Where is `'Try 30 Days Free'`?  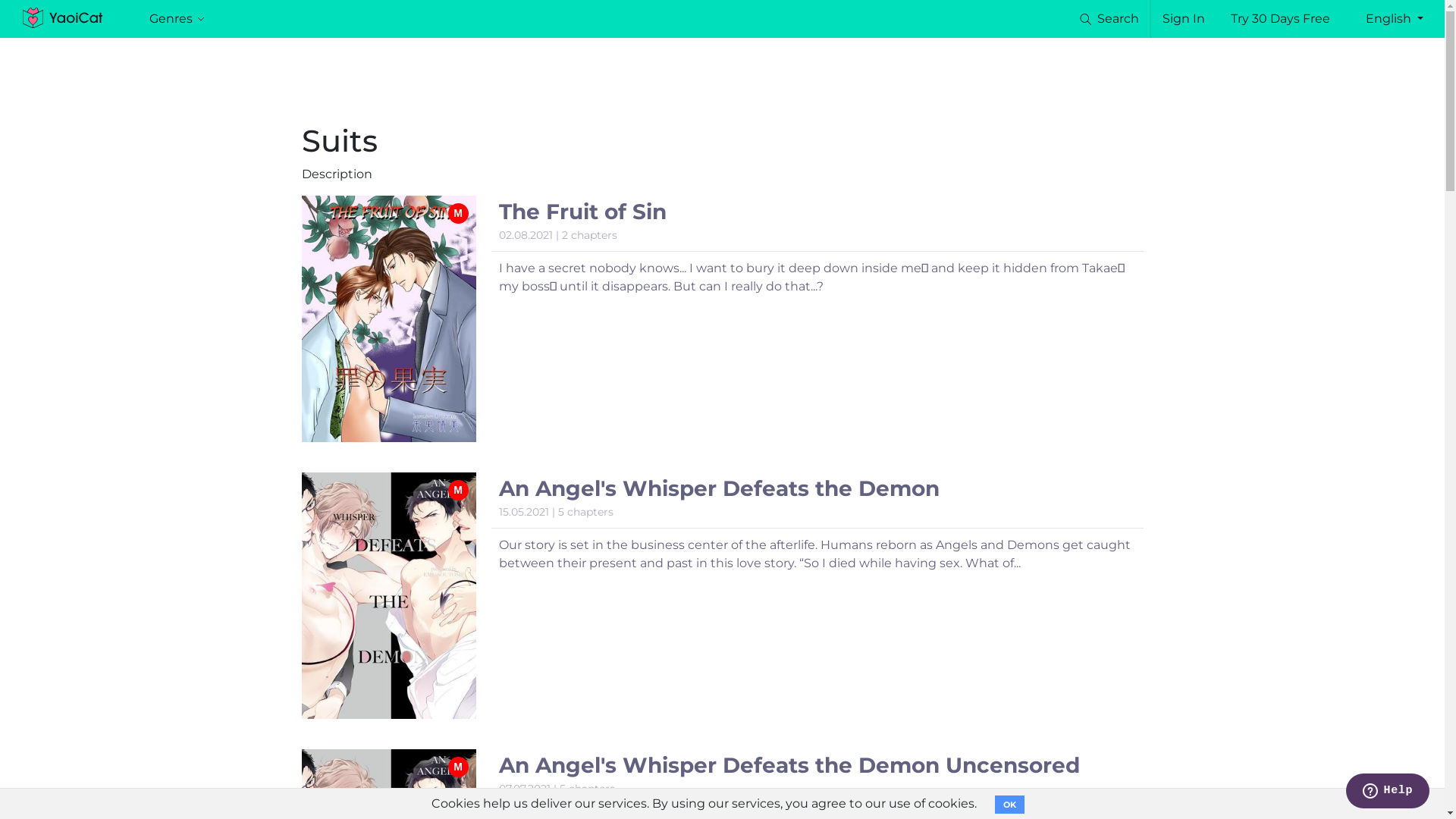 'Try 30 Days Free' is located at coordinates (1279, 18).